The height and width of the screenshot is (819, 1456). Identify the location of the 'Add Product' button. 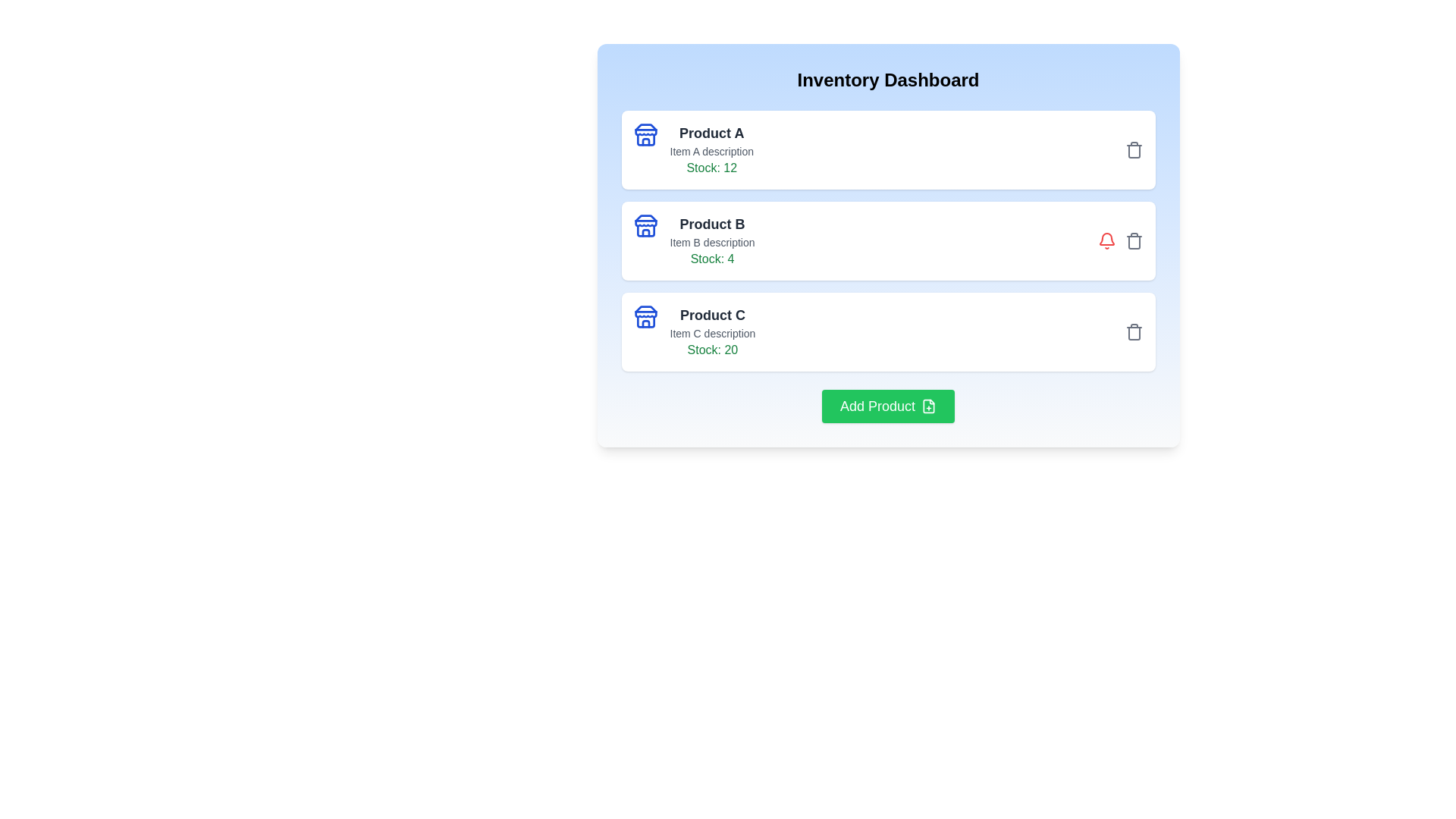
(888, 406).